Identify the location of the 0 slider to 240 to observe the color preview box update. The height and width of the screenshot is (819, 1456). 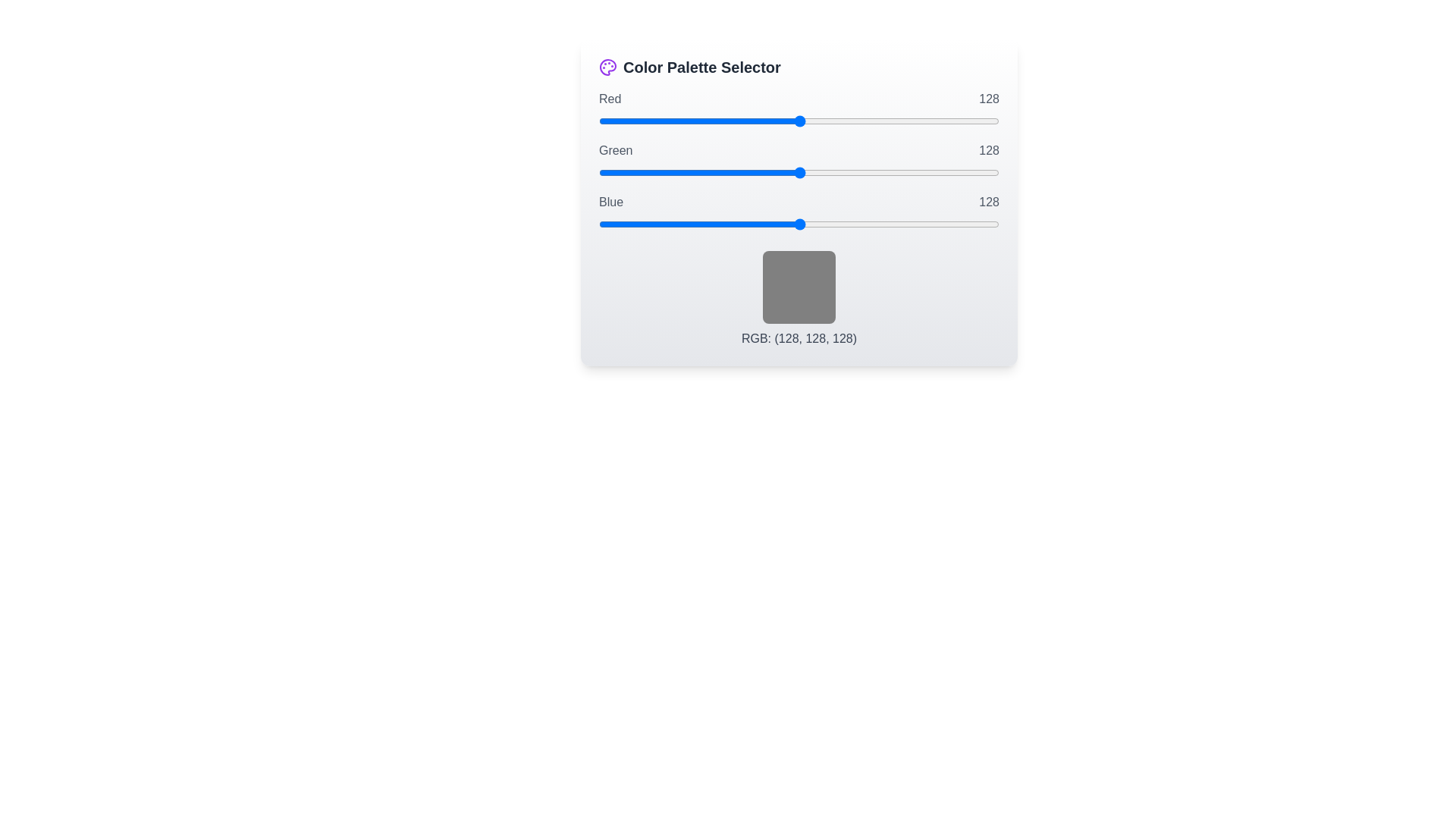
(799, 120).